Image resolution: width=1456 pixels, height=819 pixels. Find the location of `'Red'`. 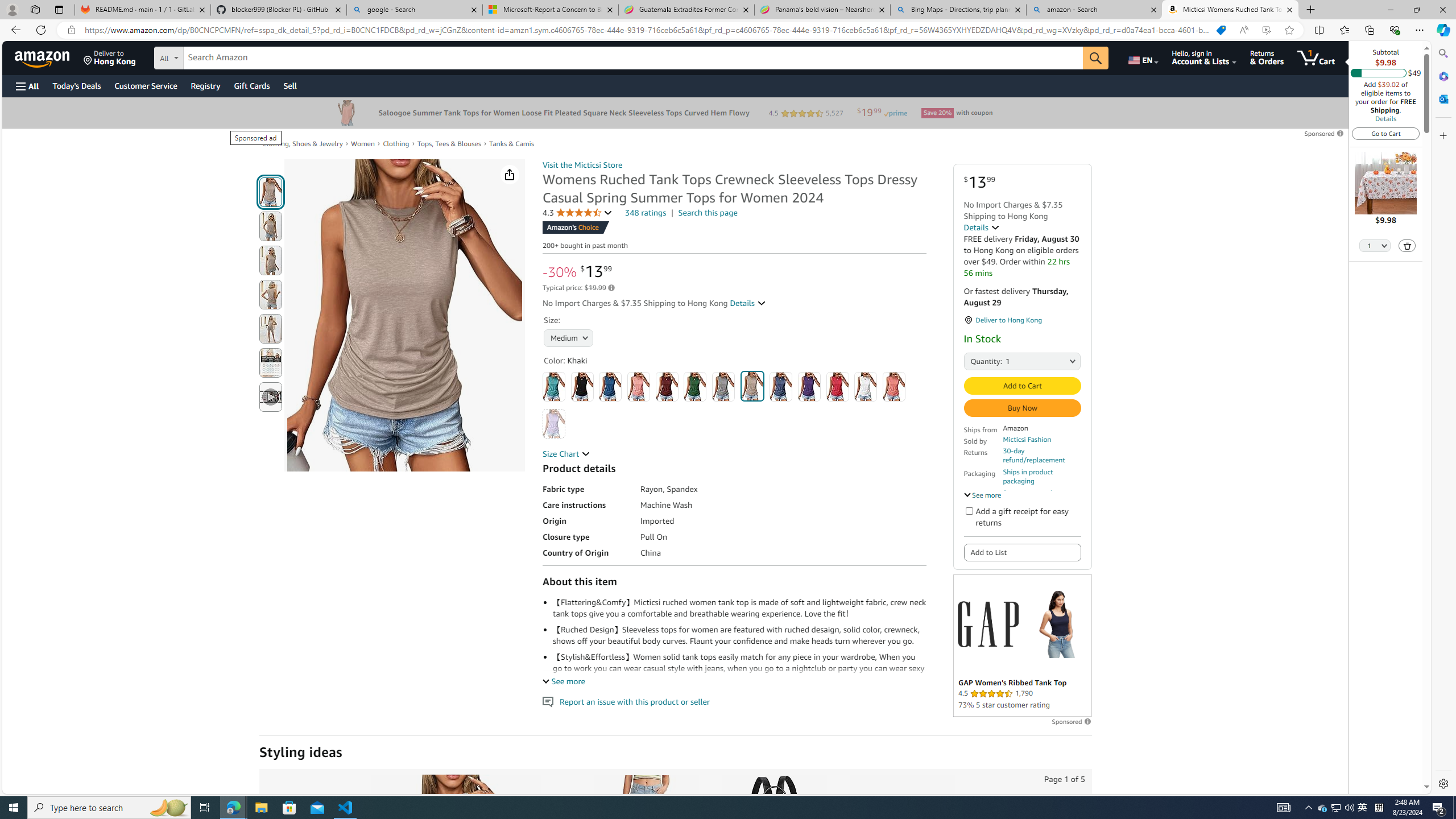

'Red' is located at coordinates (837, 386).